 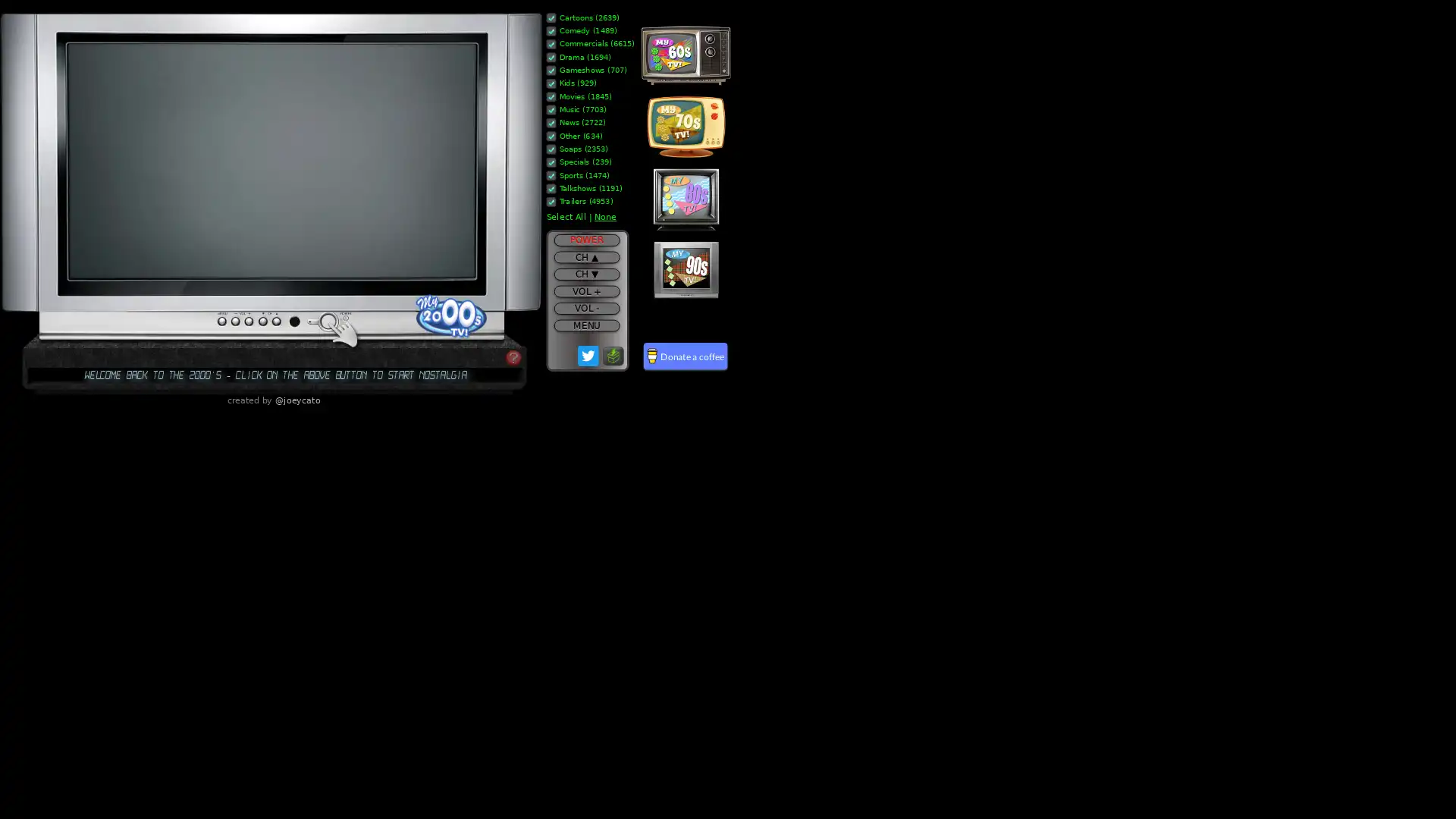 What do you see at coordinates (585, 239) in the screenshot?
I see `POWER` at bounding box center [585, 239].